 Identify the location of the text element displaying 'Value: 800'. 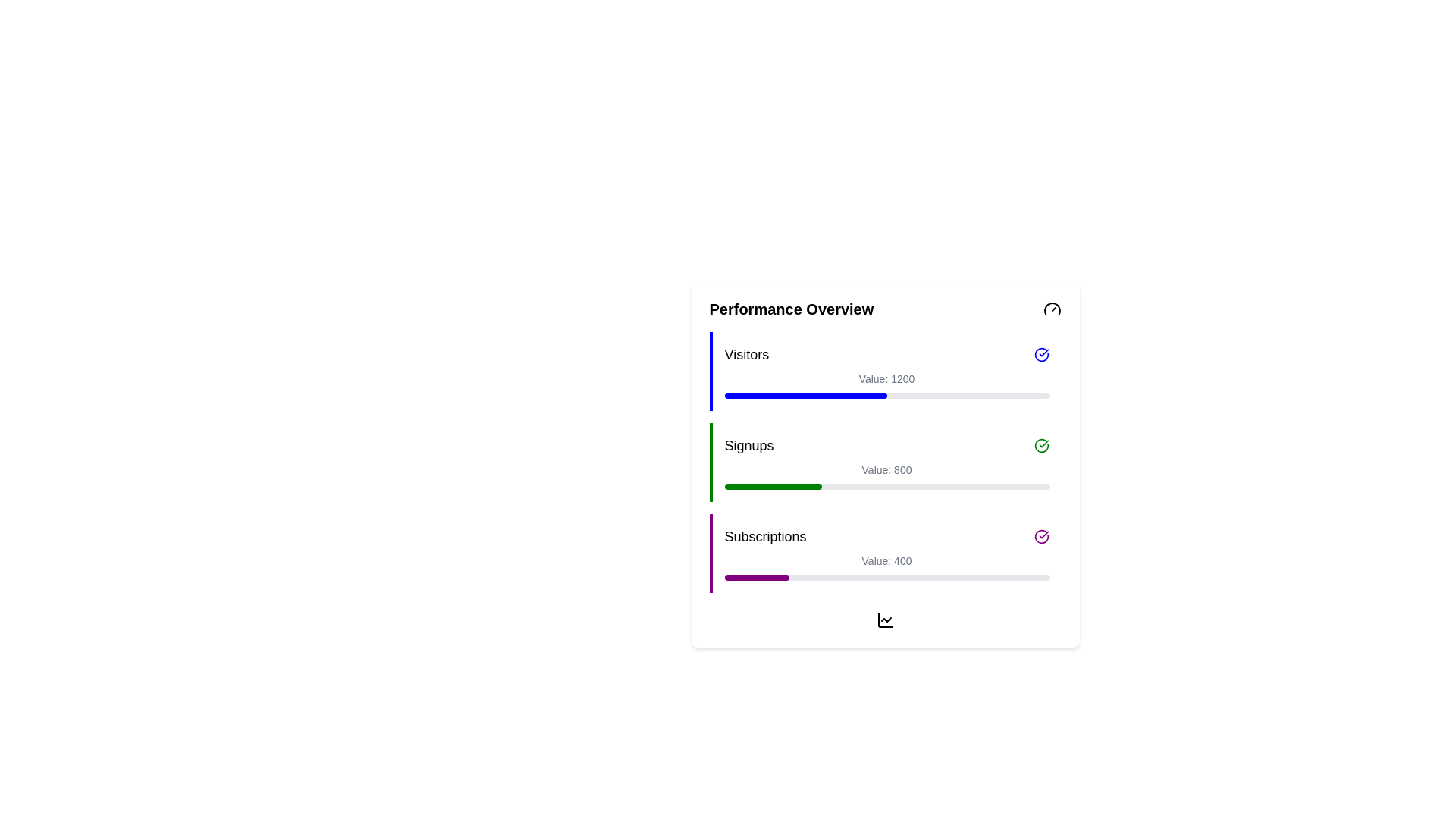
(886, 469).